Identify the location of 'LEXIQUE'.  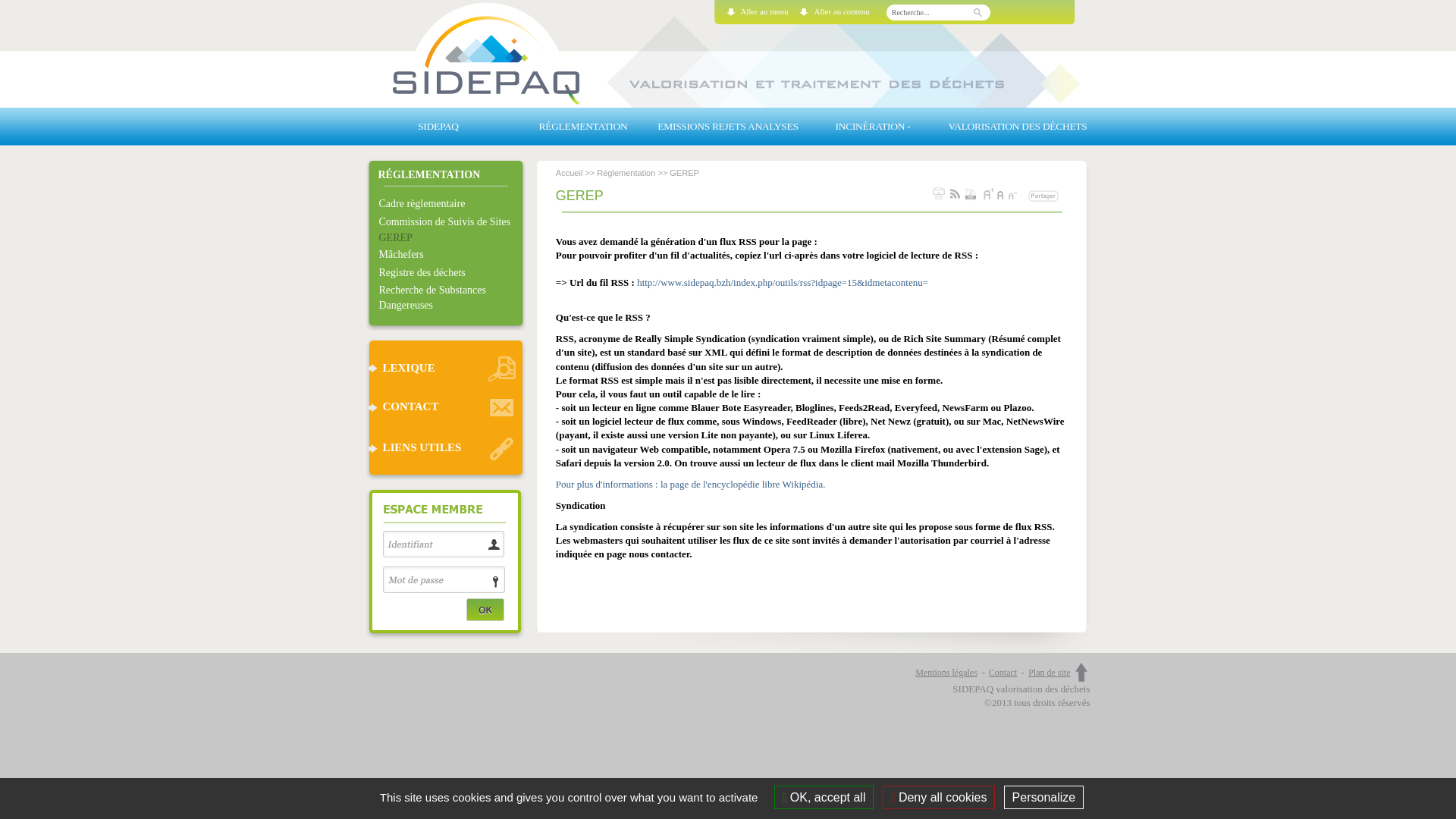
(365, 368).